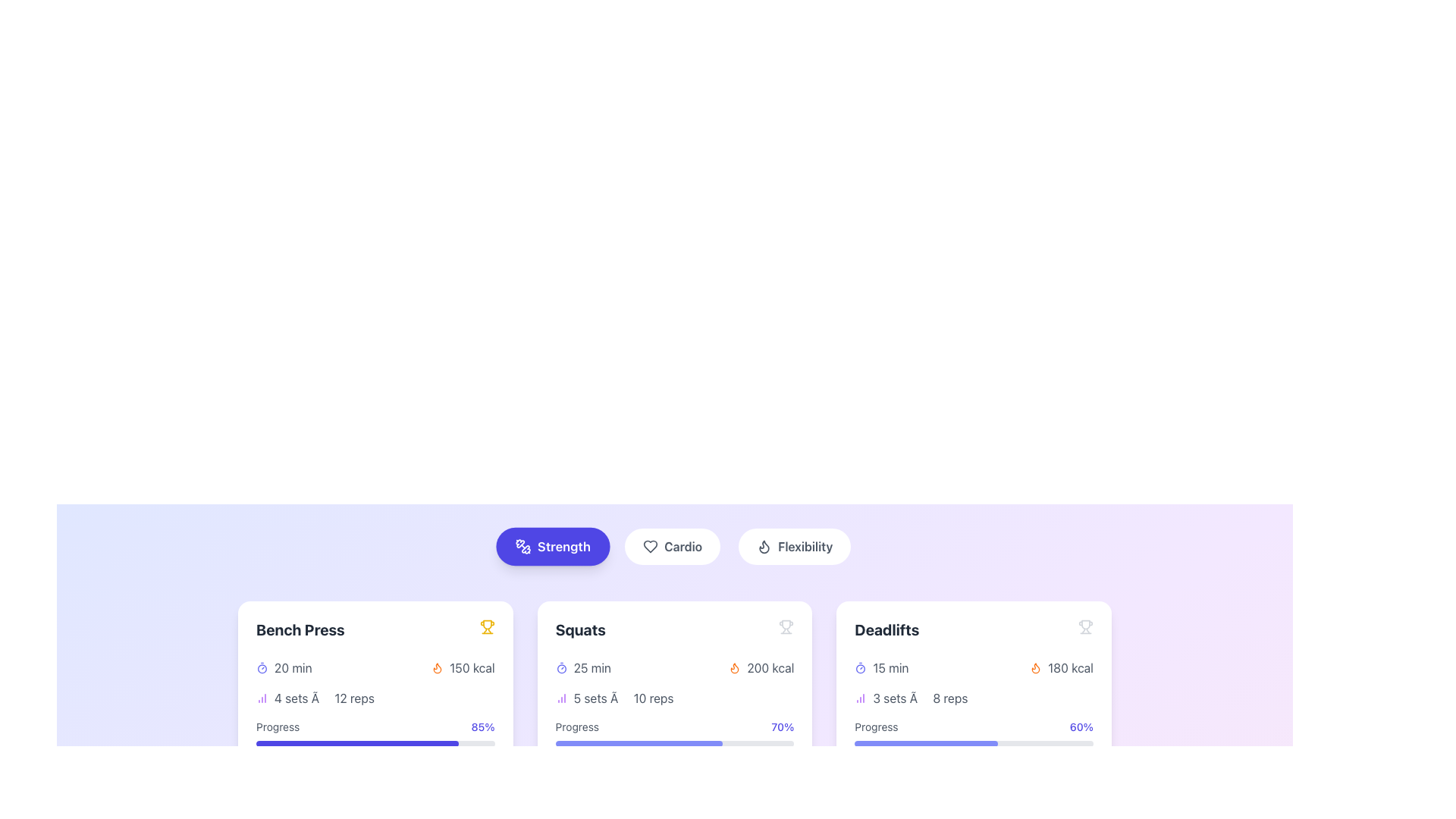  What do you see at coordinates (560, 667) in the screenshot?
I see `the circular timer icon located leftmost in the second card titled 'Squats'` at bounding box center [560, 667].